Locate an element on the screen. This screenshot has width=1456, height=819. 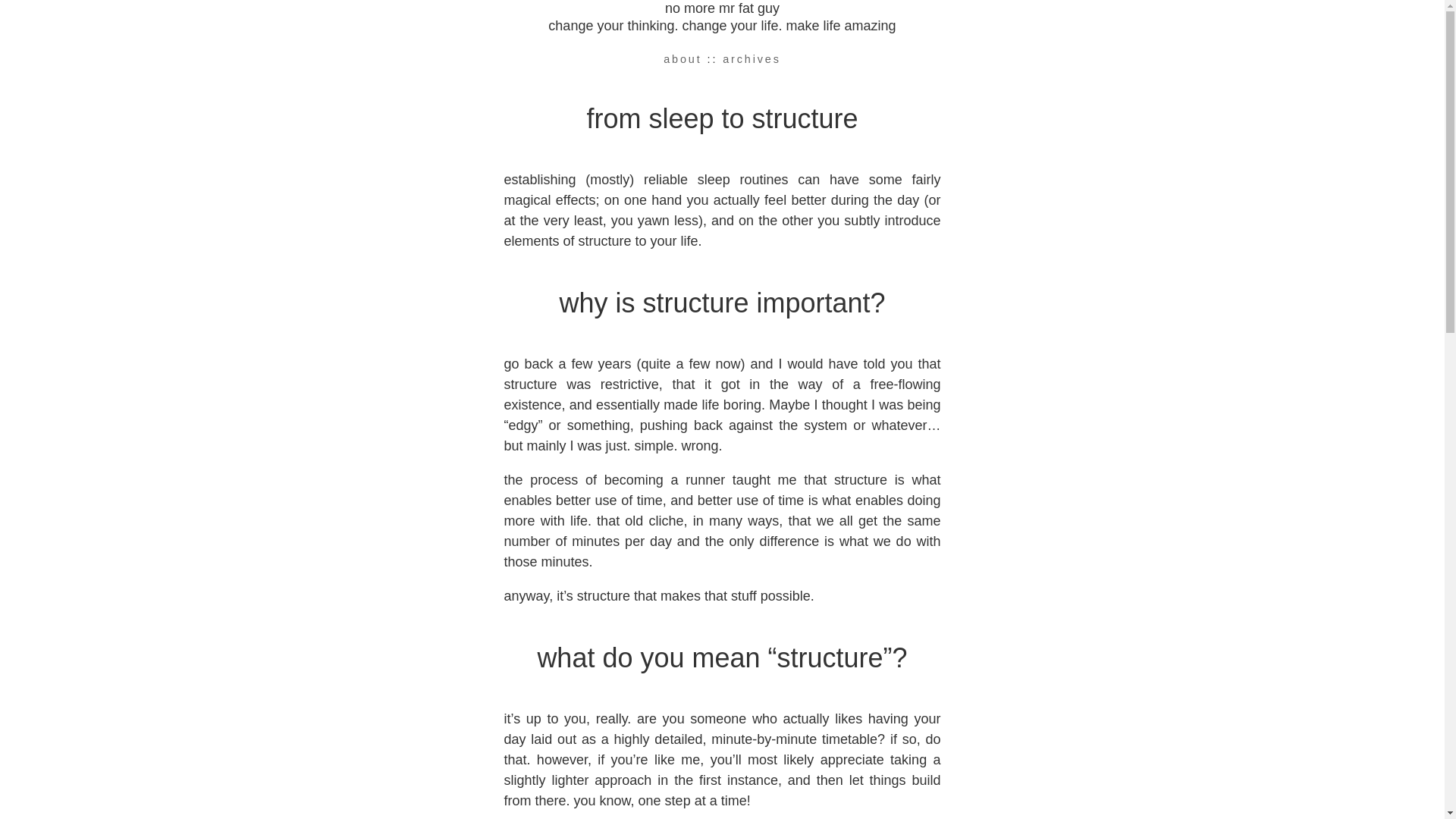
'no more mr fat guy' is located at coordinates (721, 8).